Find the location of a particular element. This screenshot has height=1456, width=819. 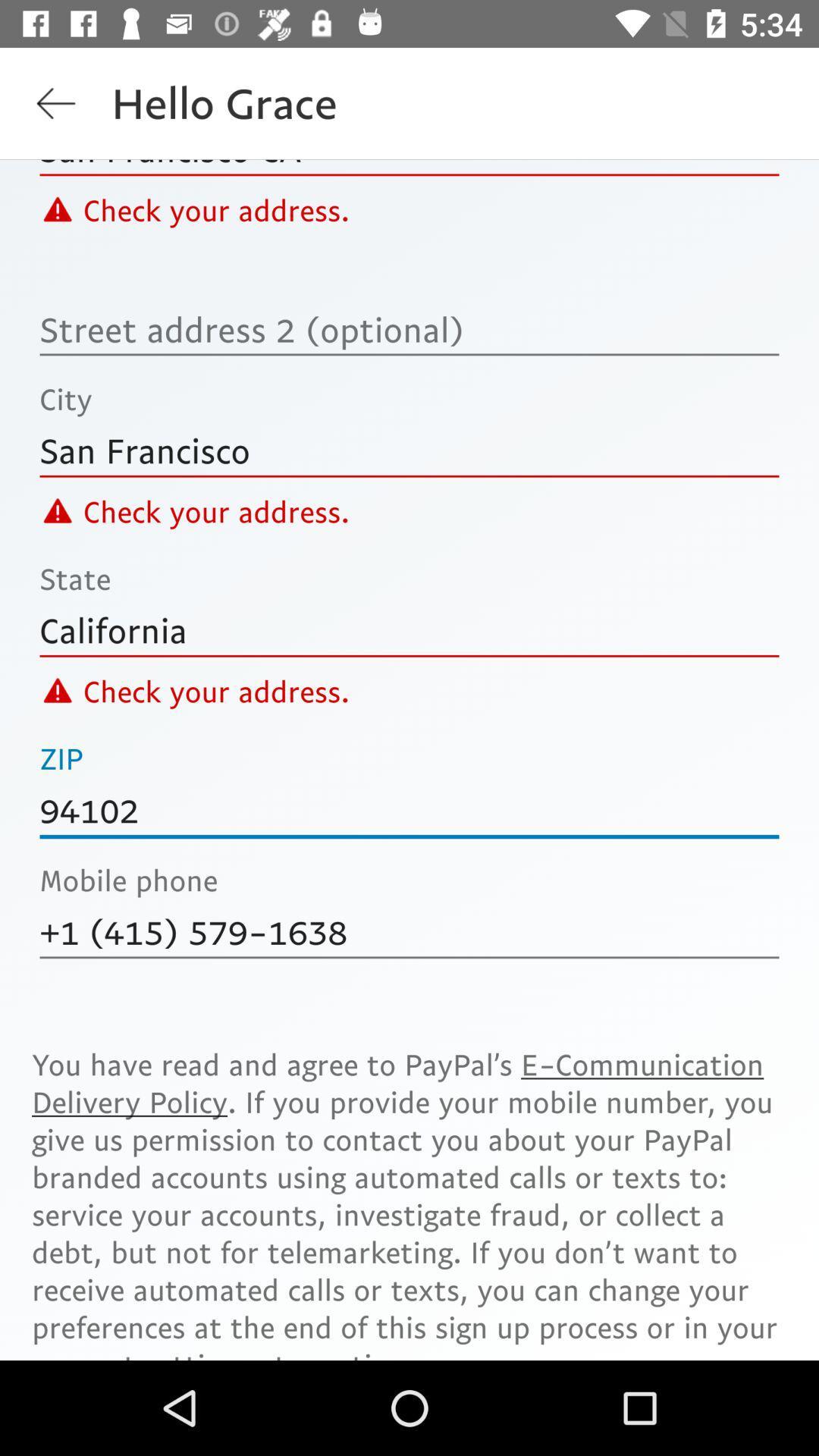

second address line input is located at coordinates (409, 328).